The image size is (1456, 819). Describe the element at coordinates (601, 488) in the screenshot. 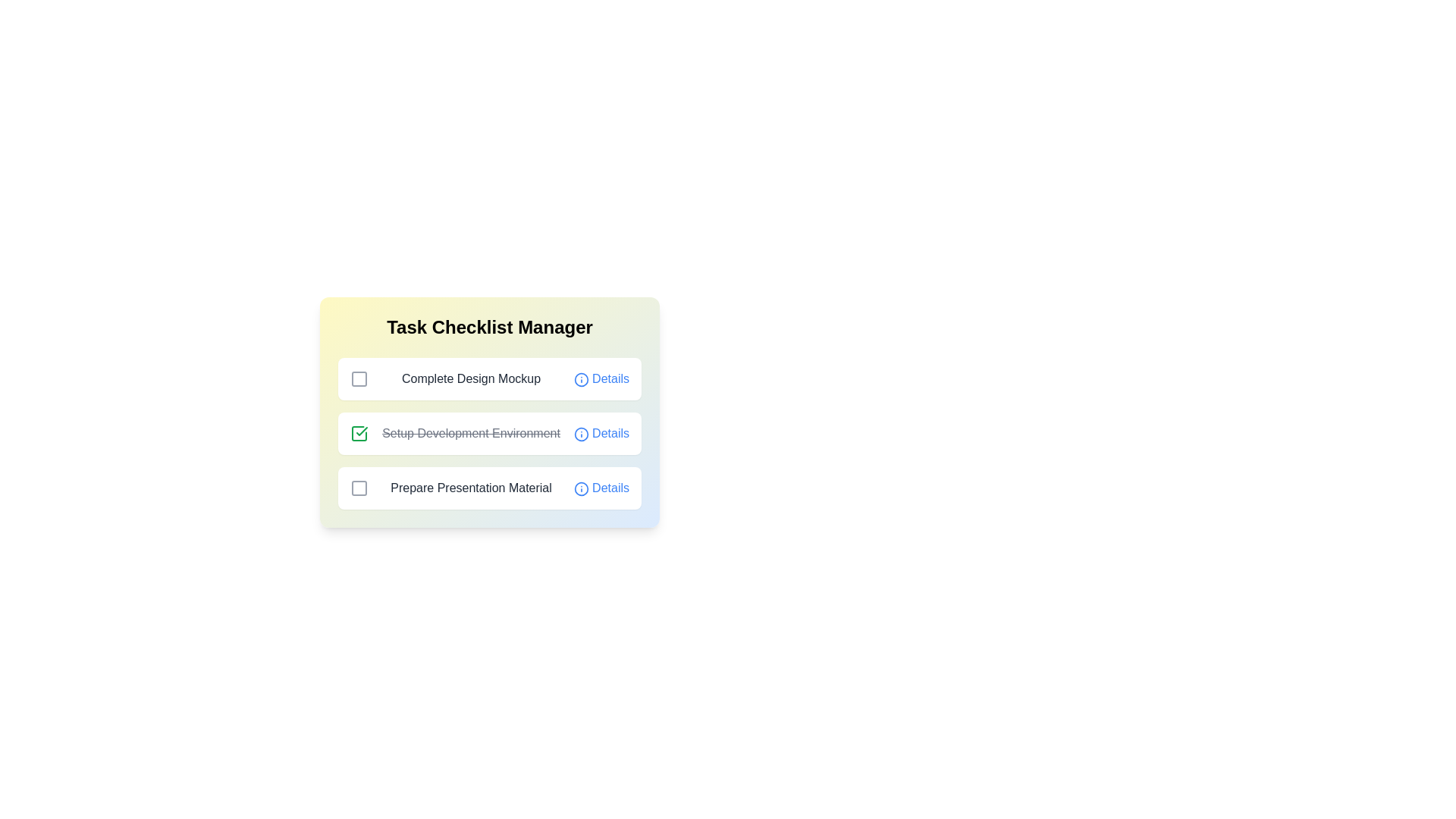

I see `the 'Details' button for the task identified by Prepare Presentation Material` at that location.